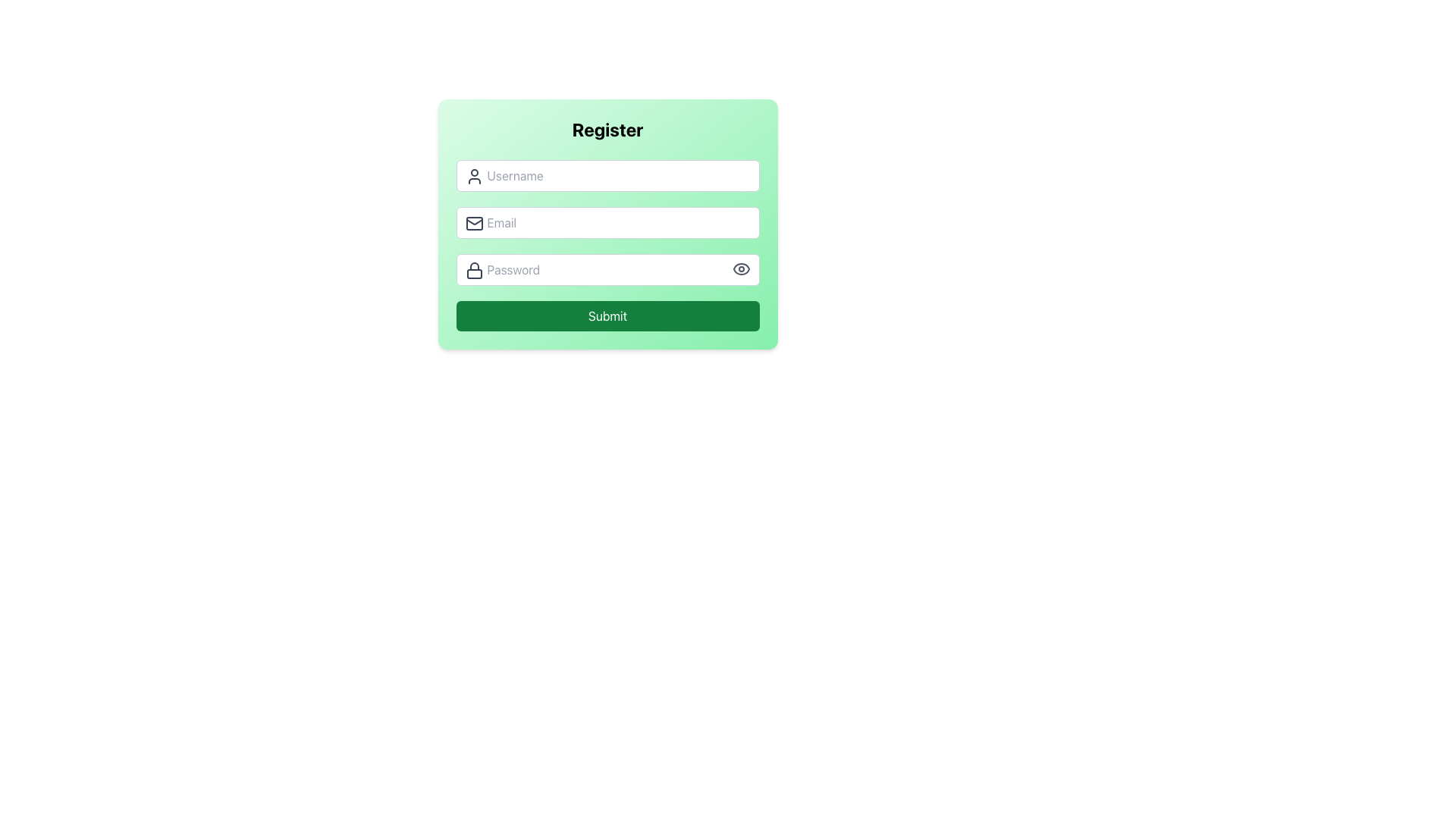 The image size is (1456, 819). I want to click on the bottom part of the padlock icon, which is a small rectangle with rounded corners, located slightly above the password text field in the registration form, so click(473, 274).